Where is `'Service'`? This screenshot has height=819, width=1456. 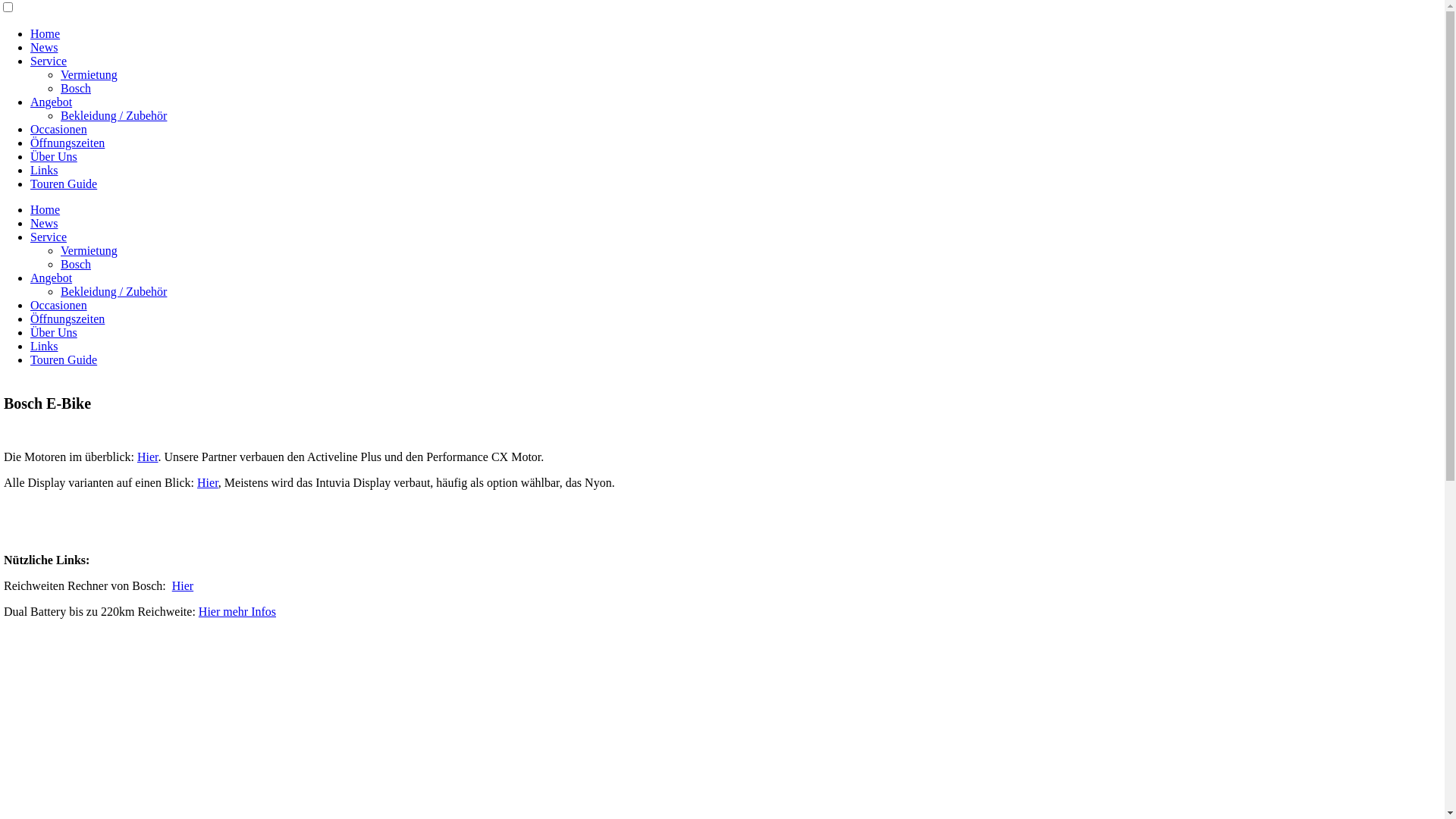
'Service' is located at coordinates (48, 237).